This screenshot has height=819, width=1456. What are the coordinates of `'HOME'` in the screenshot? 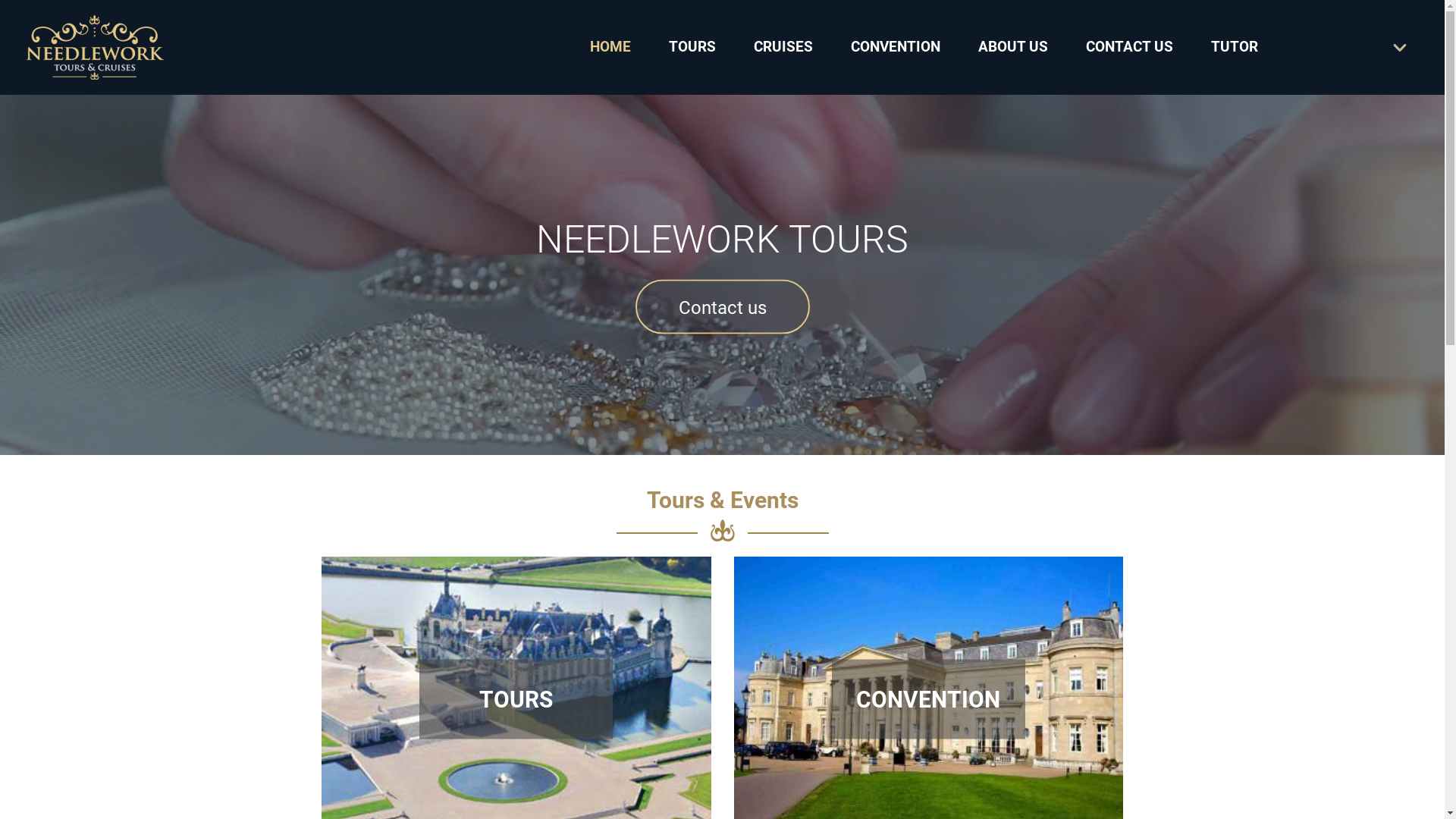 It's located at (588, 46).